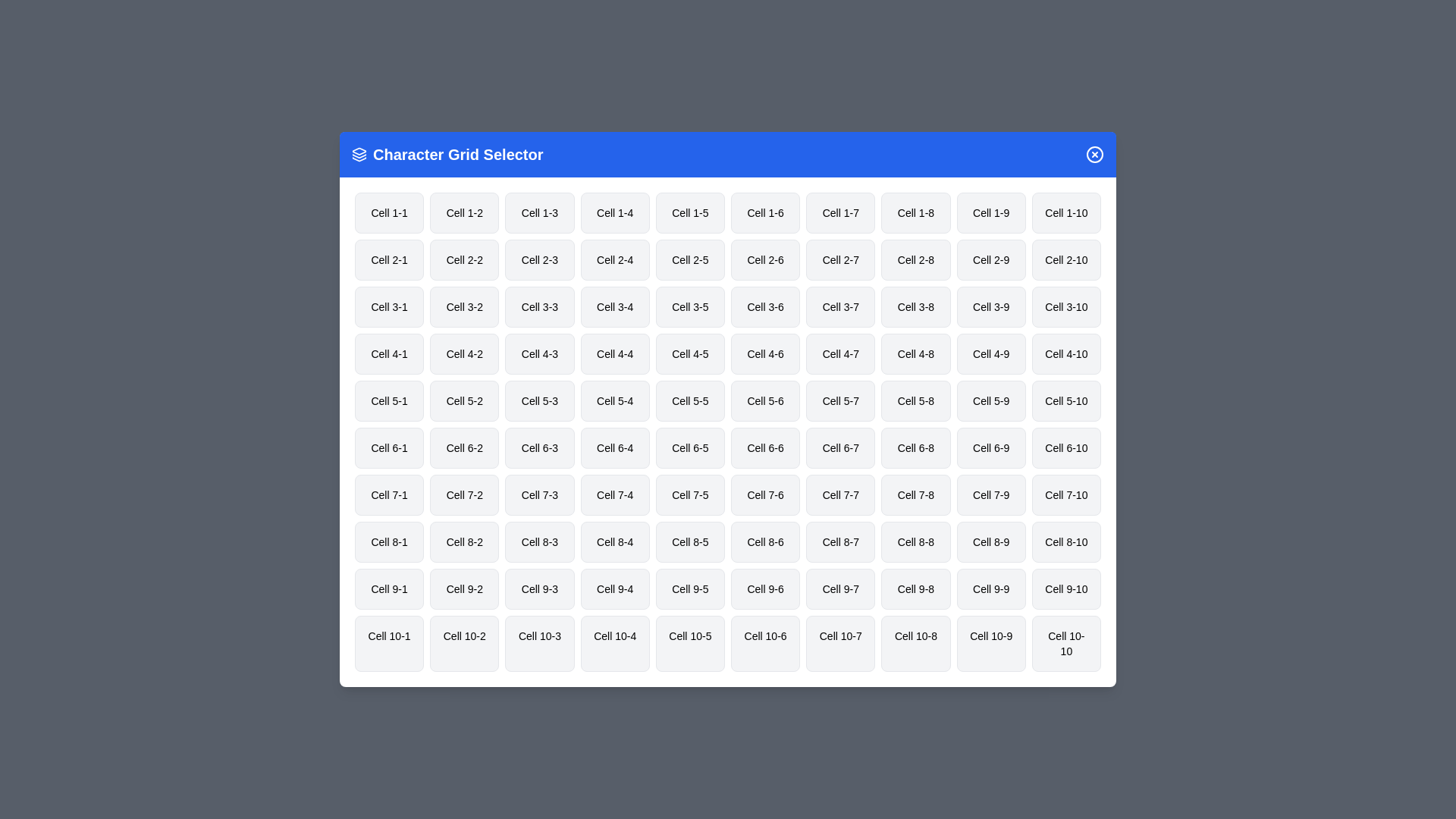 The height and width of the screenshot is (819, 1456). Describe the element at coordinates (1095, 155) in the screenshot. I see `the close button to close the dialog` at that location.